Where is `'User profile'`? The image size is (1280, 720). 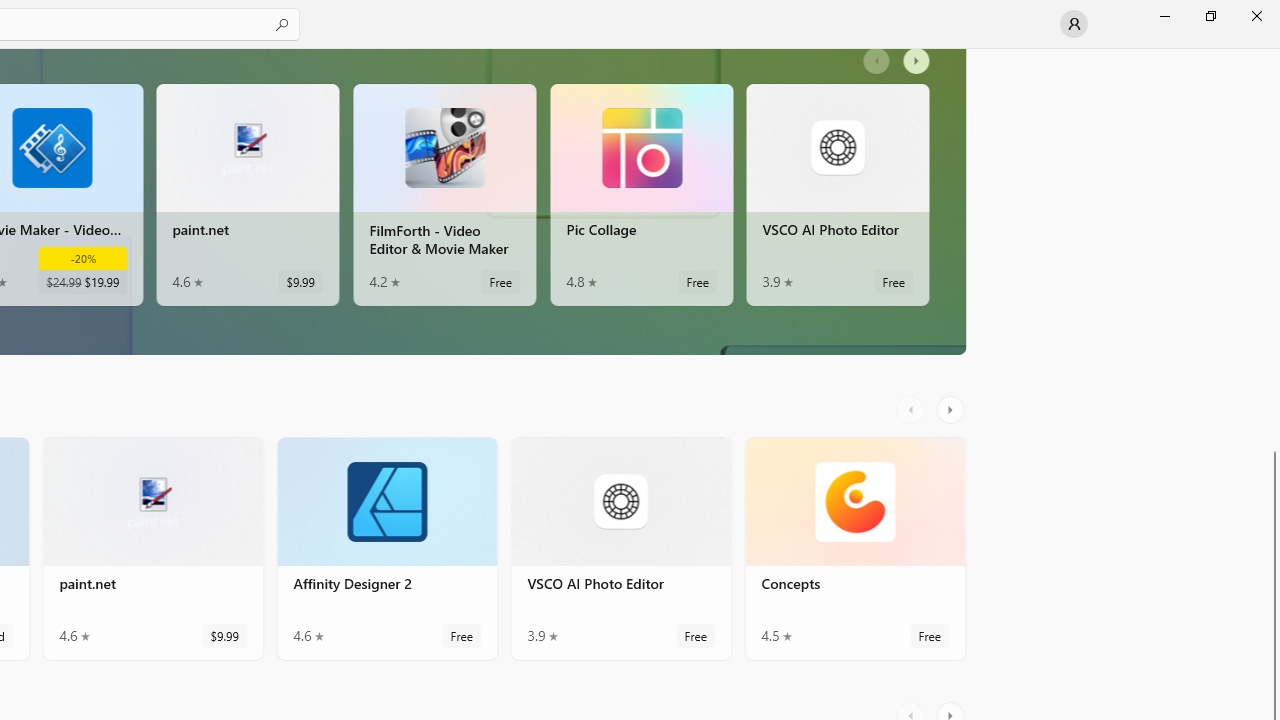 'User profile' is located at coordinates (1072, 24).